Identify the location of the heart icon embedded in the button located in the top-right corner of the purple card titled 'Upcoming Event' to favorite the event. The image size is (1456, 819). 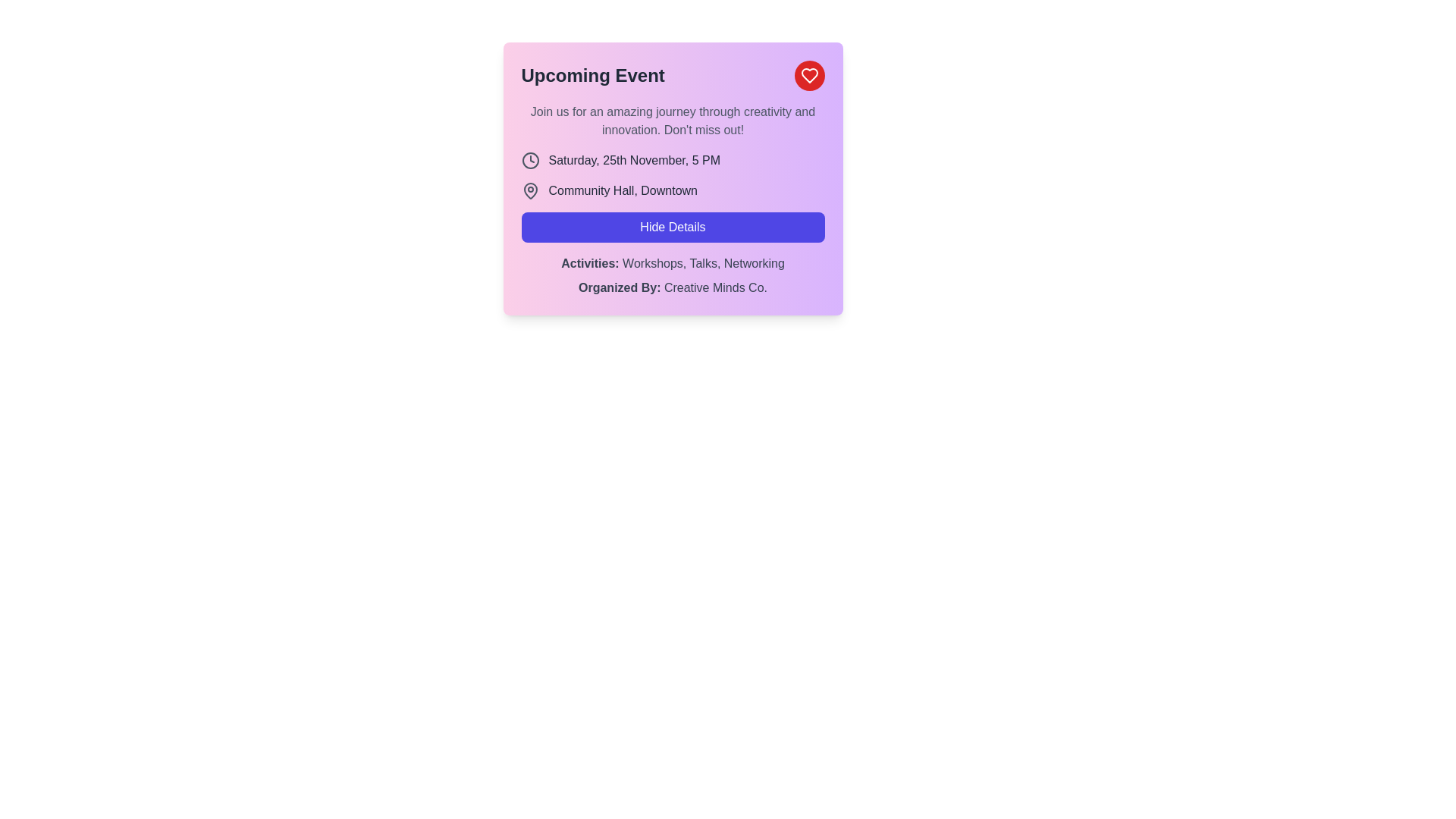
(808, 76).